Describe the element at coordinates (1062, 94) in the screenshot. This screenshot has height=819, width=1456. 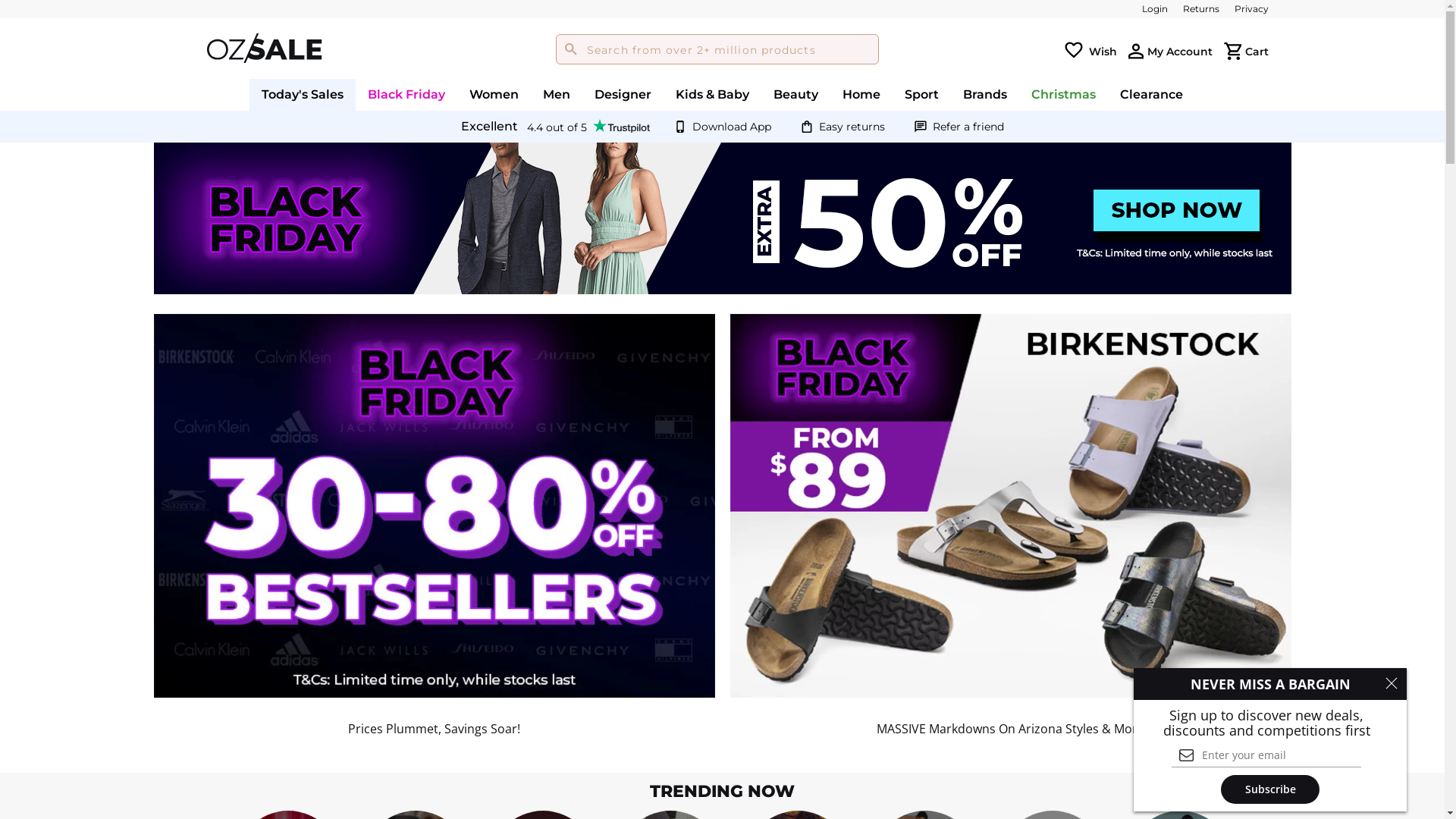
I see `'Christmas'` at that location.